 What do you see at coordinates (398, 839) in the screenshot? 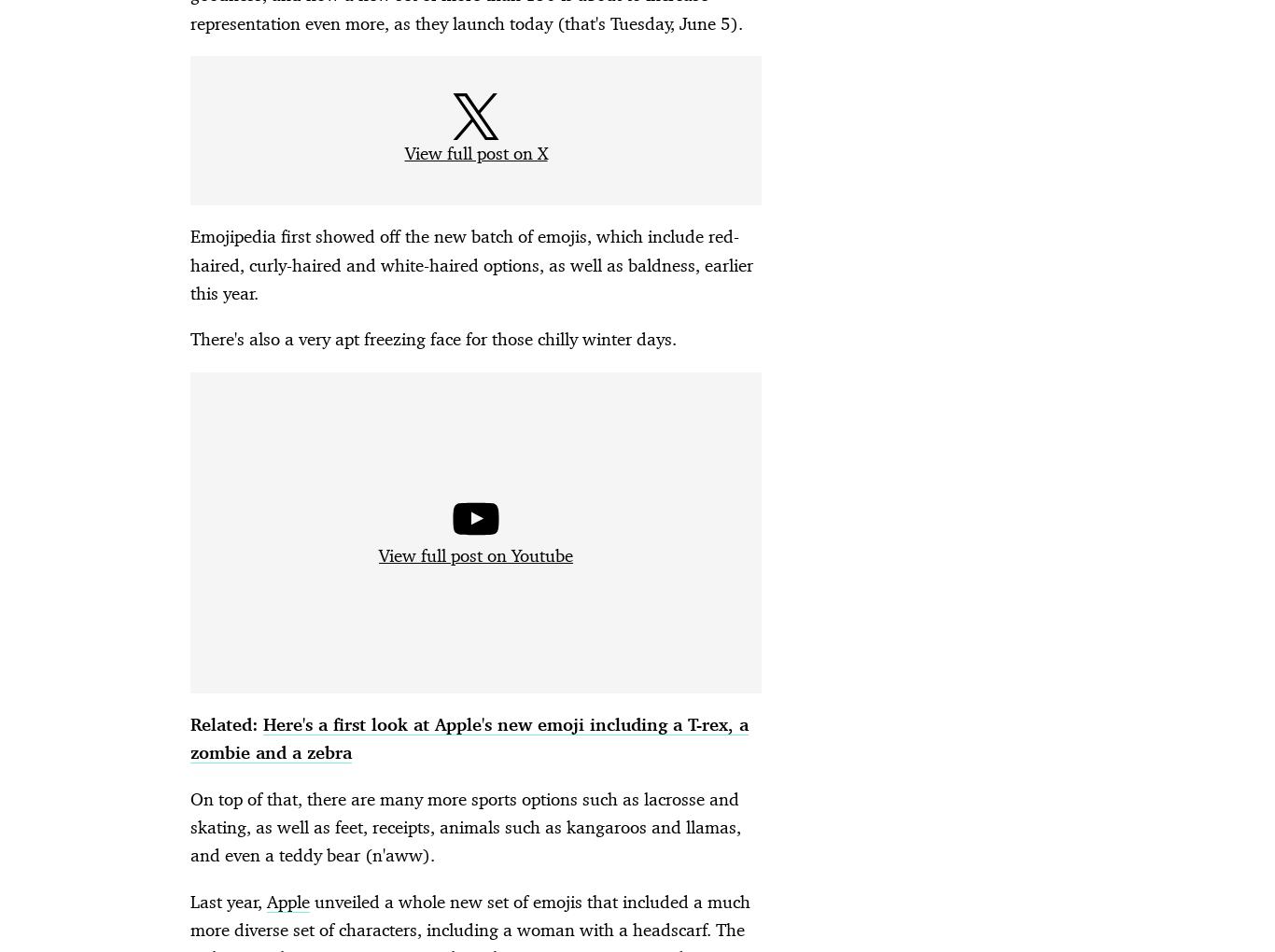
I see `'Doctors'` at bounding box center [398, 839].